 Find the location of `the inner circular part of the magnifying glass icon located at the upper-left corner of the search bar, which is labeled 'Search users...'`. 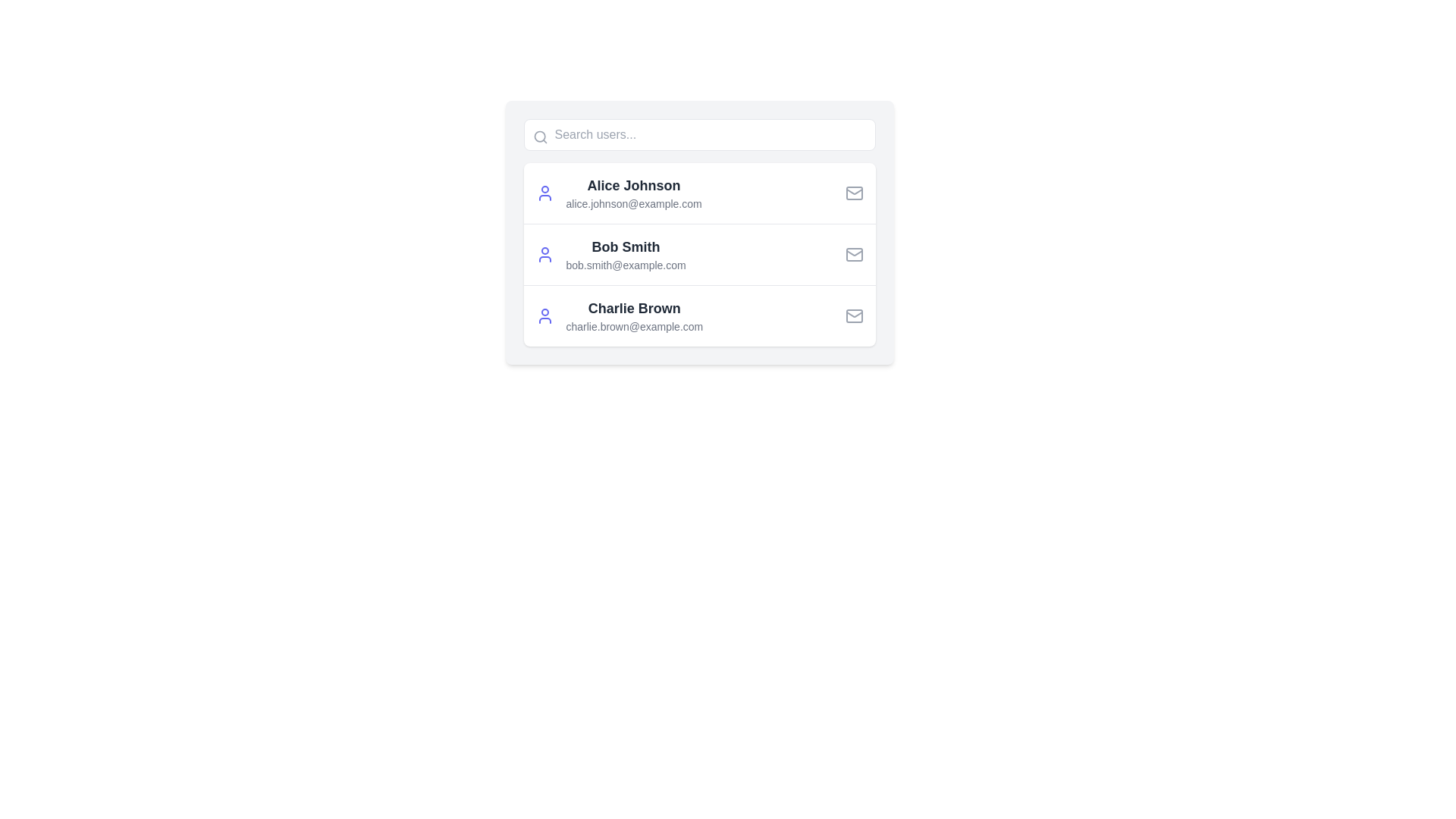

the inner circular part of the magnifying glass icon located at the upper-left corner of the search bar, which is labeled 'Search users...' is located at coordinates (539, 136).